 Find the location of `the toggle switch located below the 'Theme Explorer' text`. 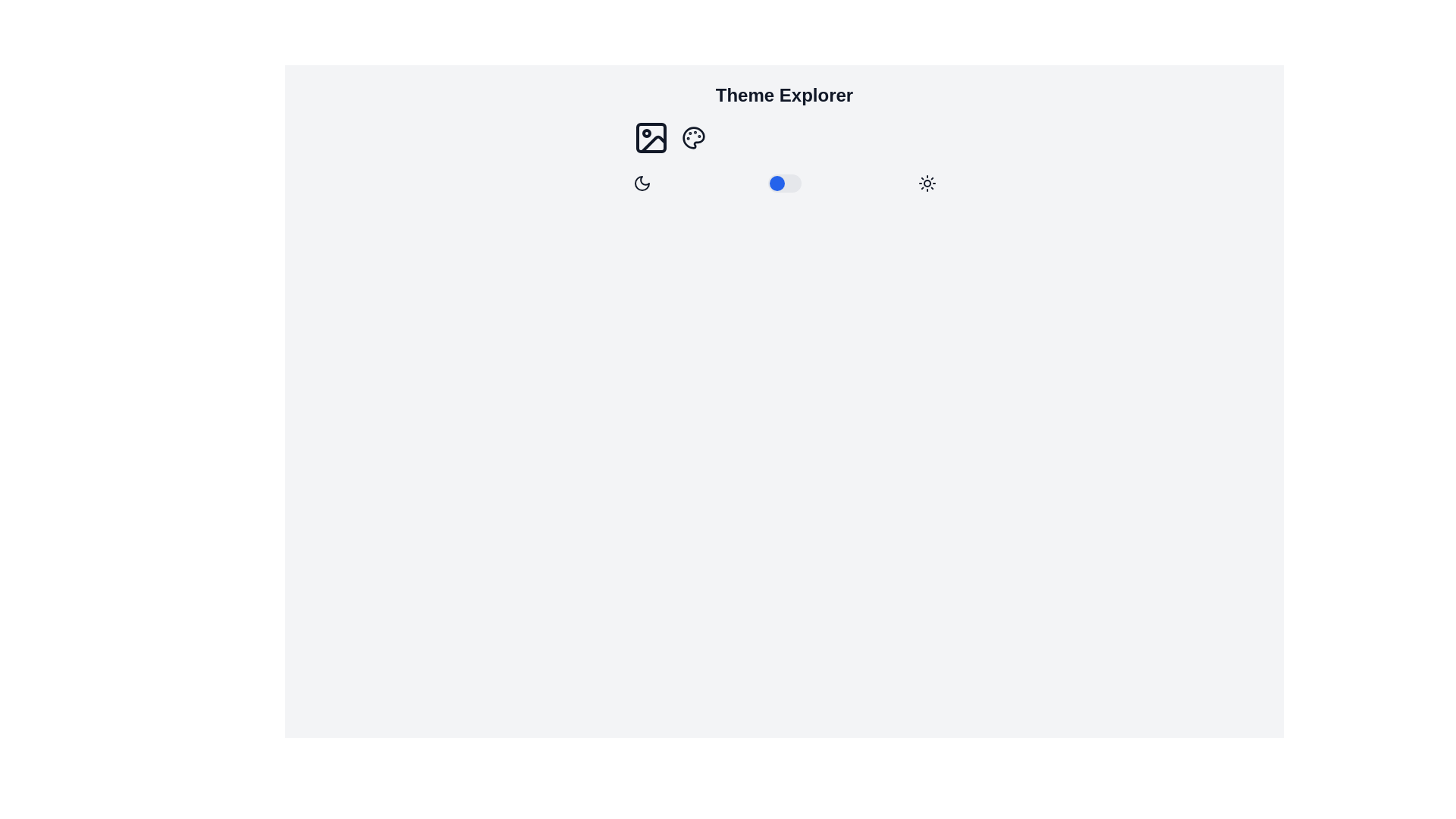

the toggle switch located below the 'Theme Explorer' text is located at coordinates (784, 183).